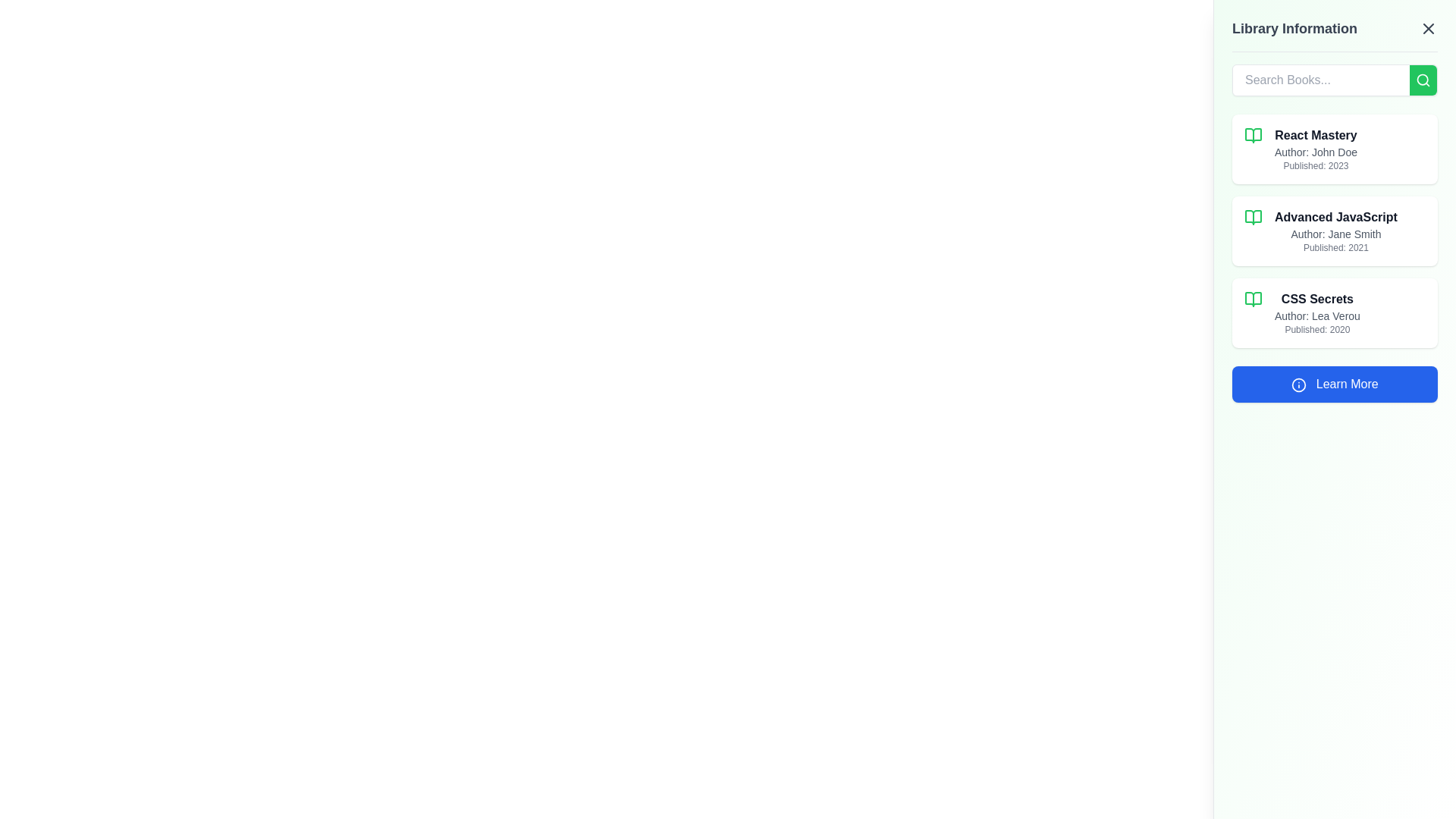 This screenshot has height=819, width=1456. I want to click on the text label located at the top right corner of the interface, which serves as a header or title for the section, so click(1294, 29).